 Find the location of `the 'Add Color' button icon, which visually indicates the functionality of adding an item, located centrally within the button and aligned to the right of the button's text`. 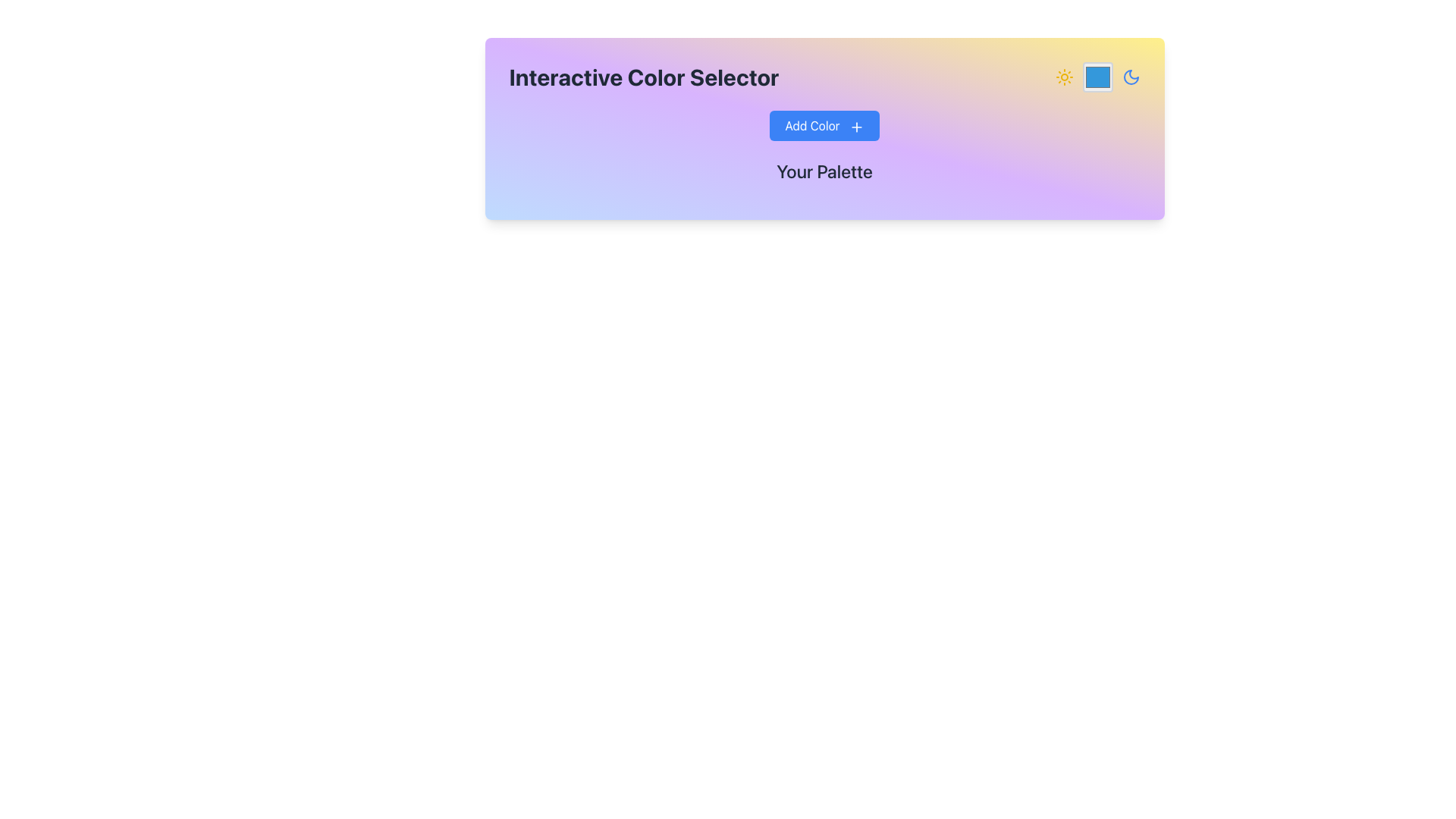

the 'Add Color' button icon, which visually indicates the functionality of adding an item, located centrally within the button and aligned to the right of the button's text is located at coordinates (856, 126).